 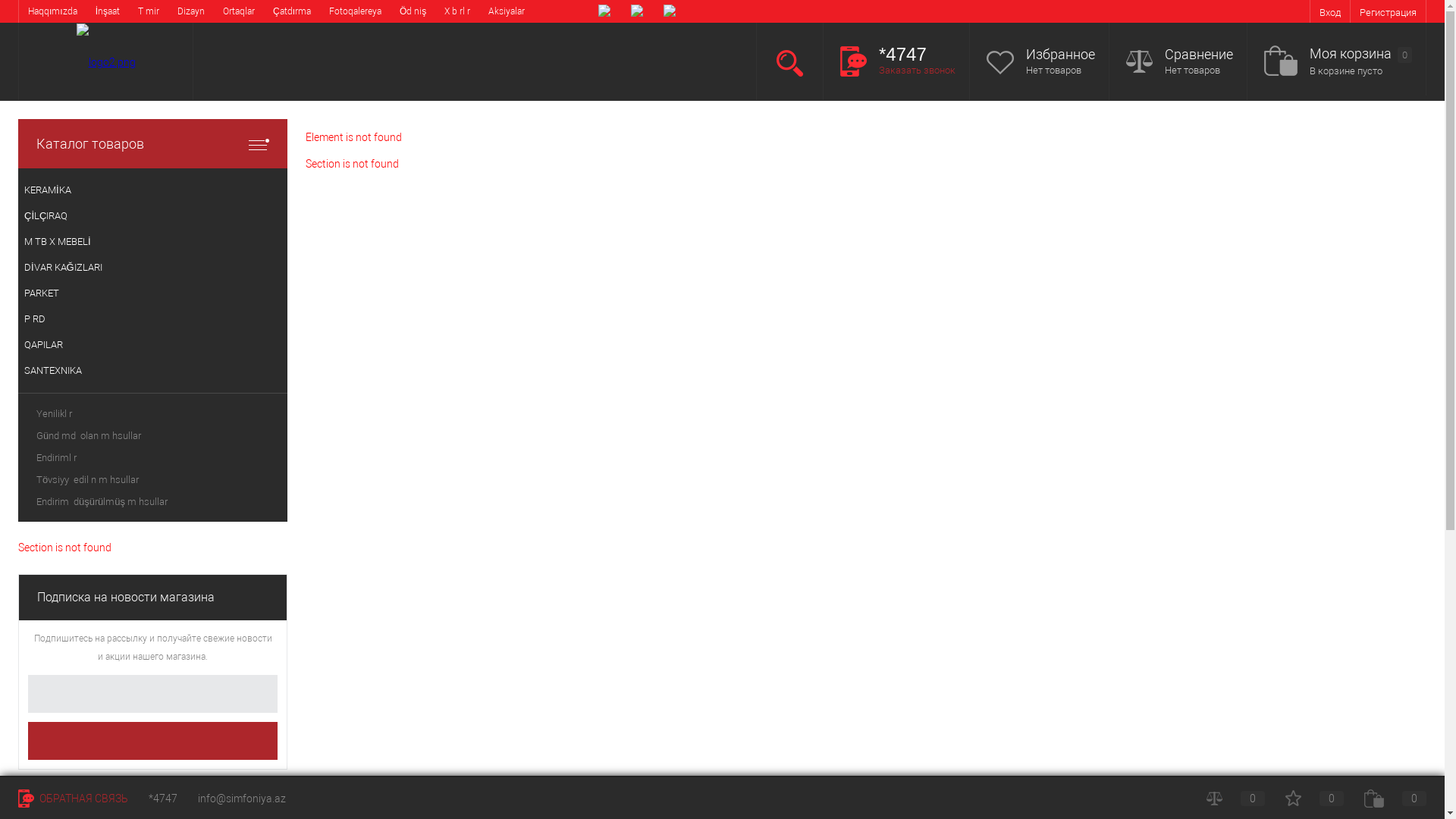 What do you see at coordinates (152, 371) in the screenshot?
I see `'SANTEXNIKA'` at bounding box center [152, 371].